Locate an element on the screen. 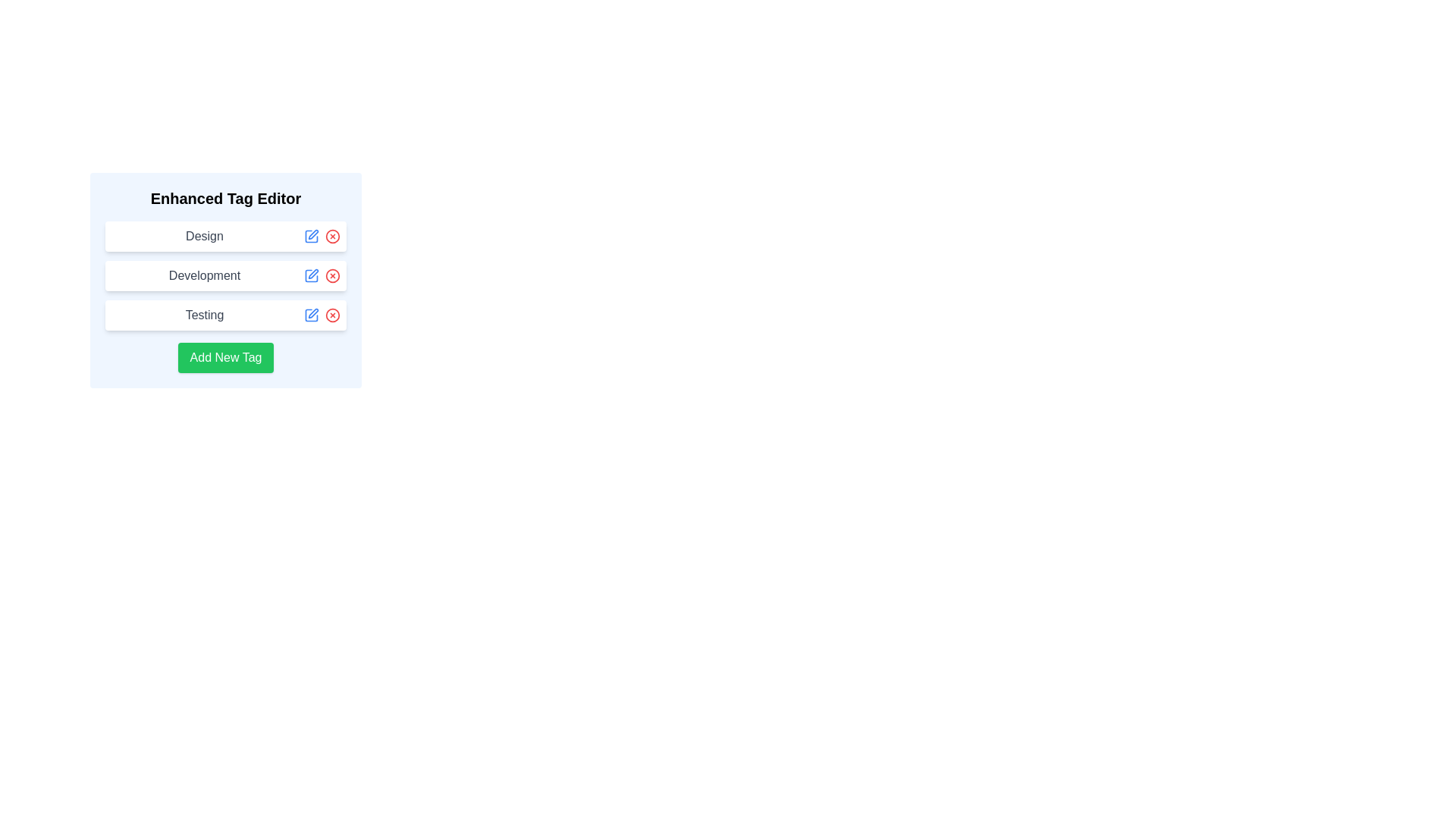 This screenshot has height=819, width=1456. the editing icon next to the text 'Development' in the 'Enhanced Tag Editor' interface to initiate editing is located at coordinates (311, 275).